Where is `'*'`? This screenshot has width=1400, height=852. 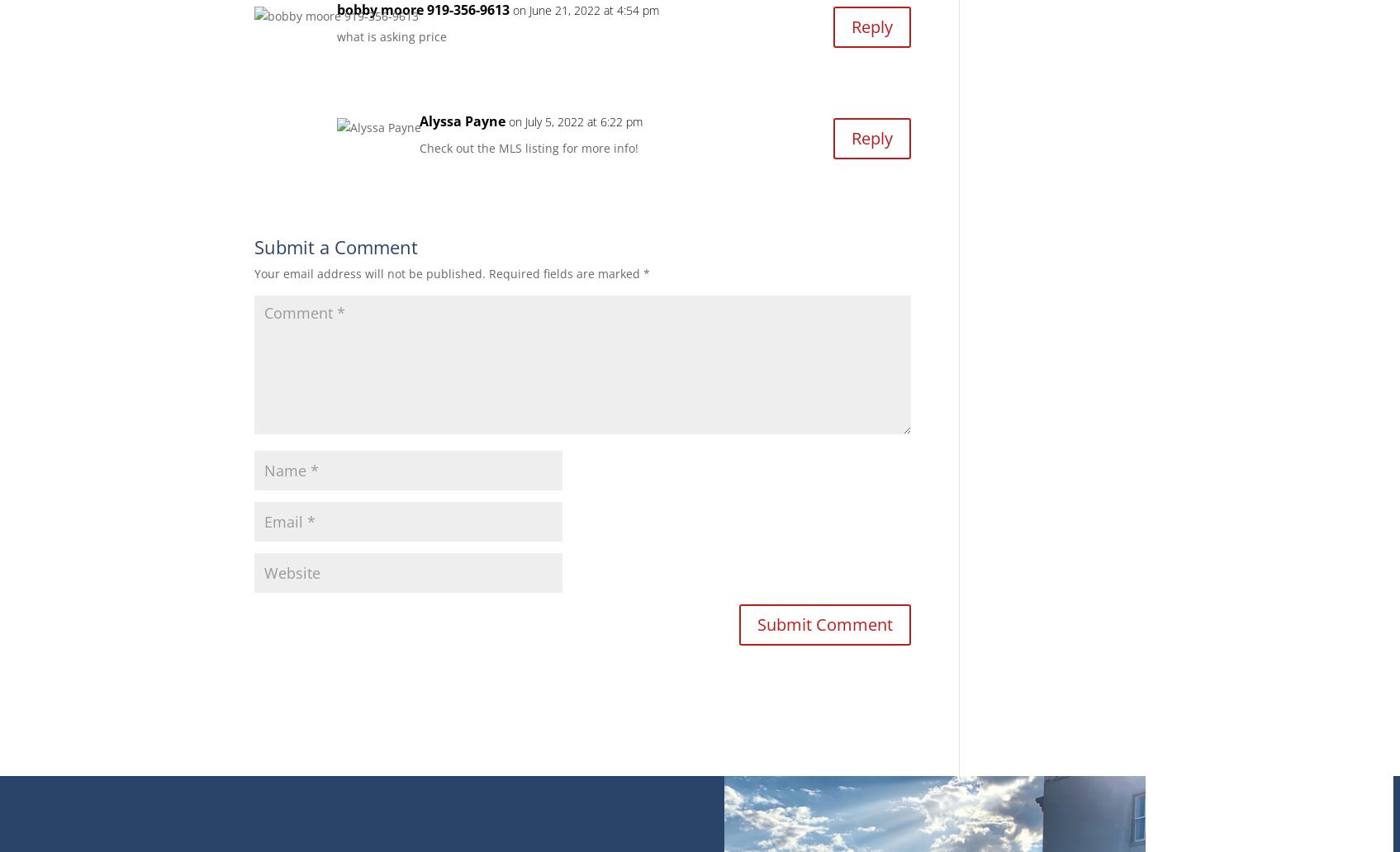
'*' is located at coordinates (642, 272).